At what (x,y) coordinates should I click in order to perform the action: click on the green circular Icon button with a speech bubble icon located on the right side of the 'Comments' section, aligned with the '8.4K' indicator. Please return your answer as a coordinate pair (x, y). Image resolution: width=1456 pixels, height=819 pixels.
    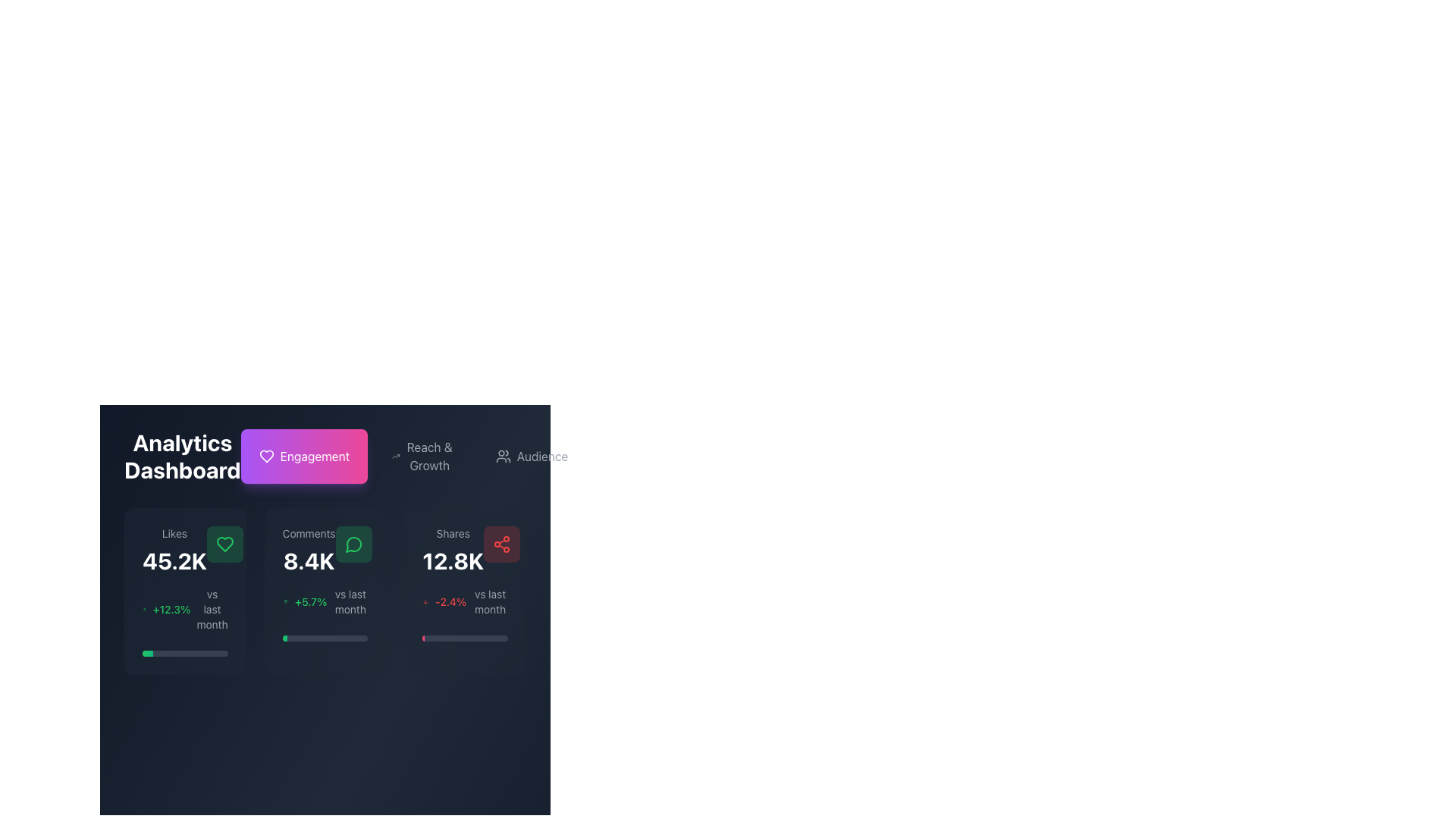
    Looking at the image, I should click on (353, 543).